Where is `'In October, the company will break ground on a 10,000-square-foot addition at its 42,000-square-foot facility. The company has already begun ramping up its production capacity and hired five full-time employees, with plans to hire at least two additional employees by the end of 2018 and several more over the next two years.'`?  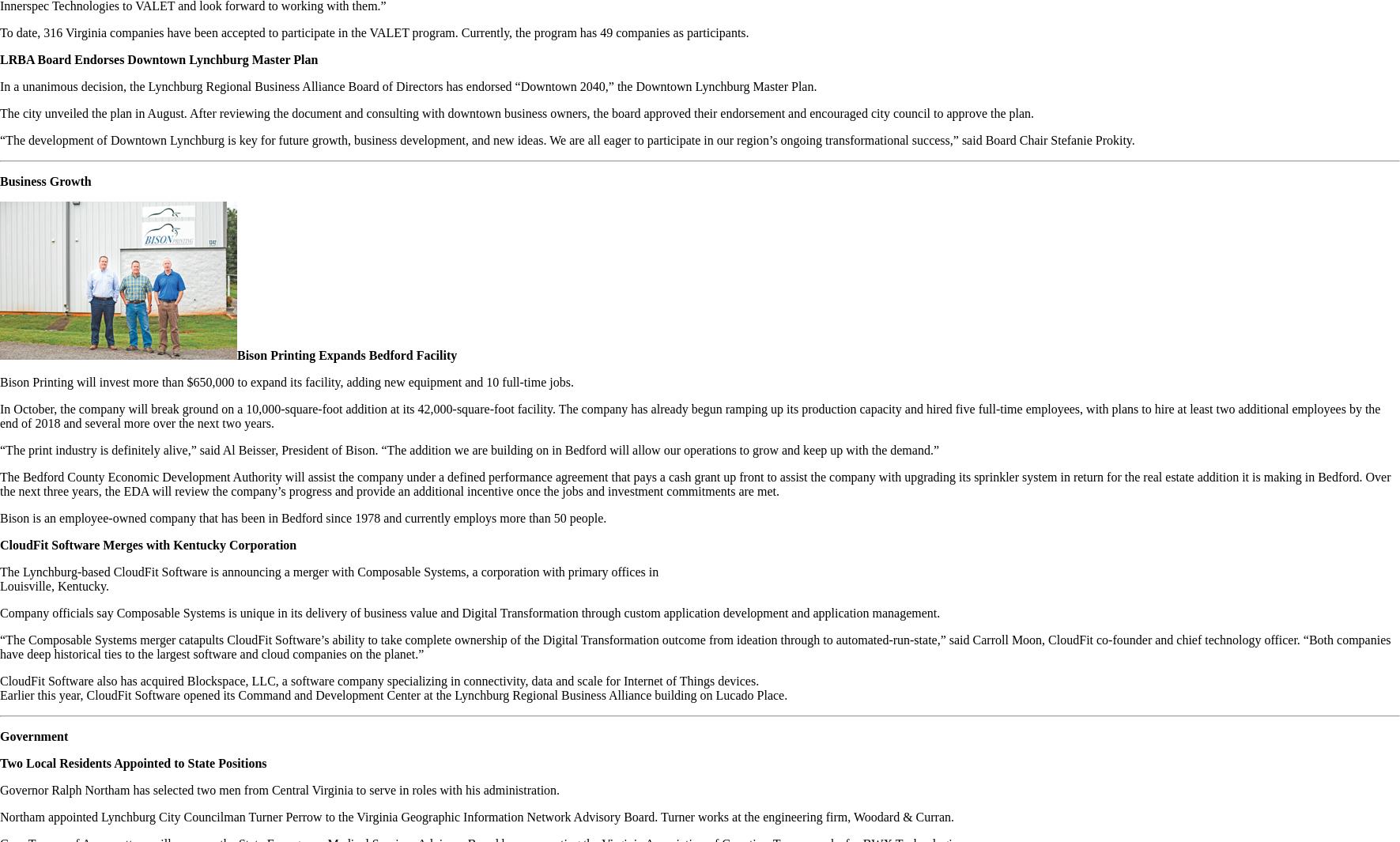
'In October, the company will break ground on a 10,000-square-foot addition at its 42,000-square-foot facility. The company has already begun ramping up its production capacity and hired five full-time employees, with plans to hire at least two additional employees by the end of 2018 and several more over the next two years.' is located at coordinates (689, 415).